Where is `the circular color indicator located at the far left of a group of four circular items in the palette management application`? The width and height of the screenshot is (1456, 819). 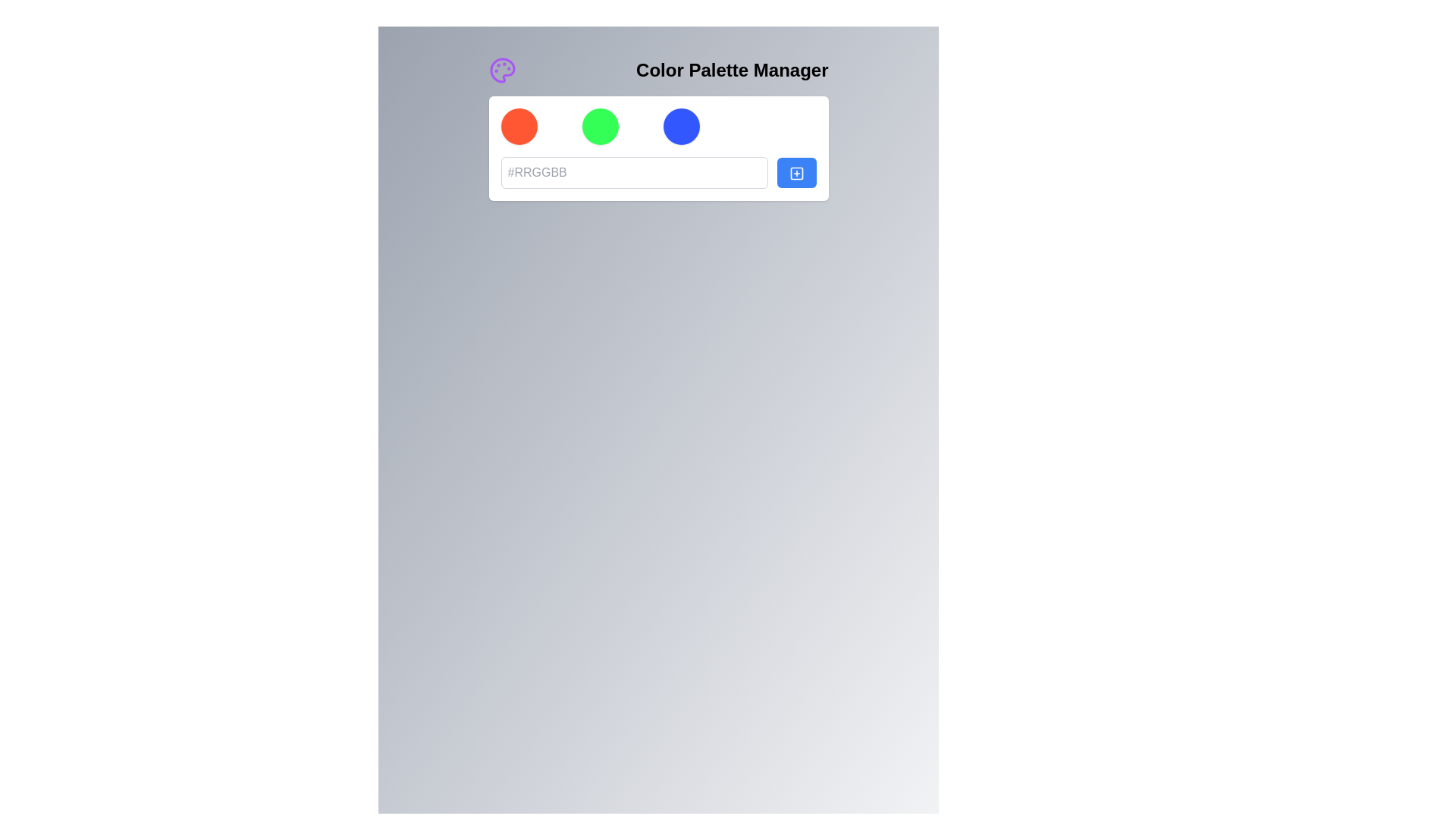 the circular color indicator located at the far left of a group of four circular items in the palette management application is located at coordinates (519, 125).